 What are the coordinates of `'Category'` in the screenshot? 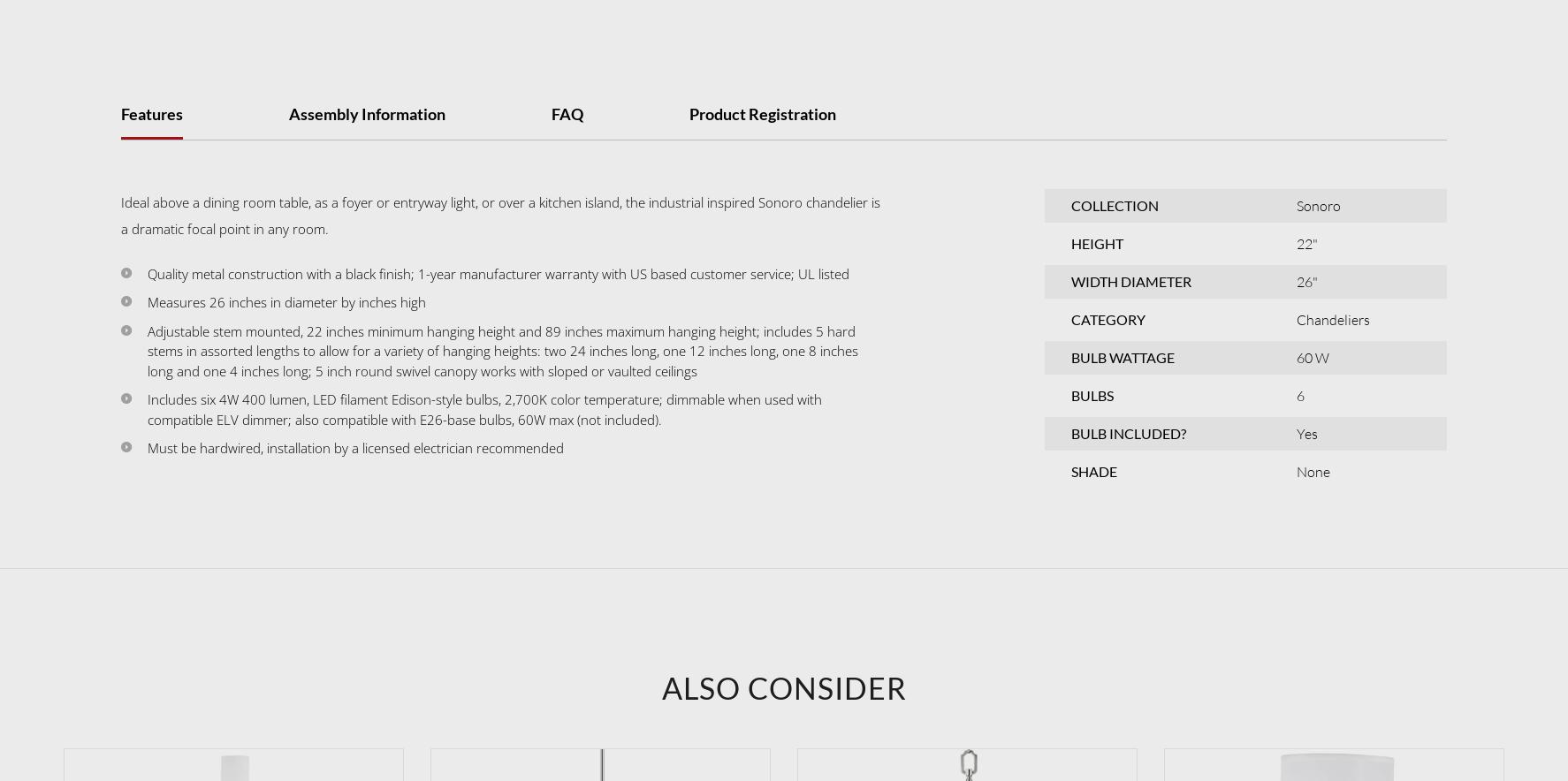 It's located at (1070, 317).